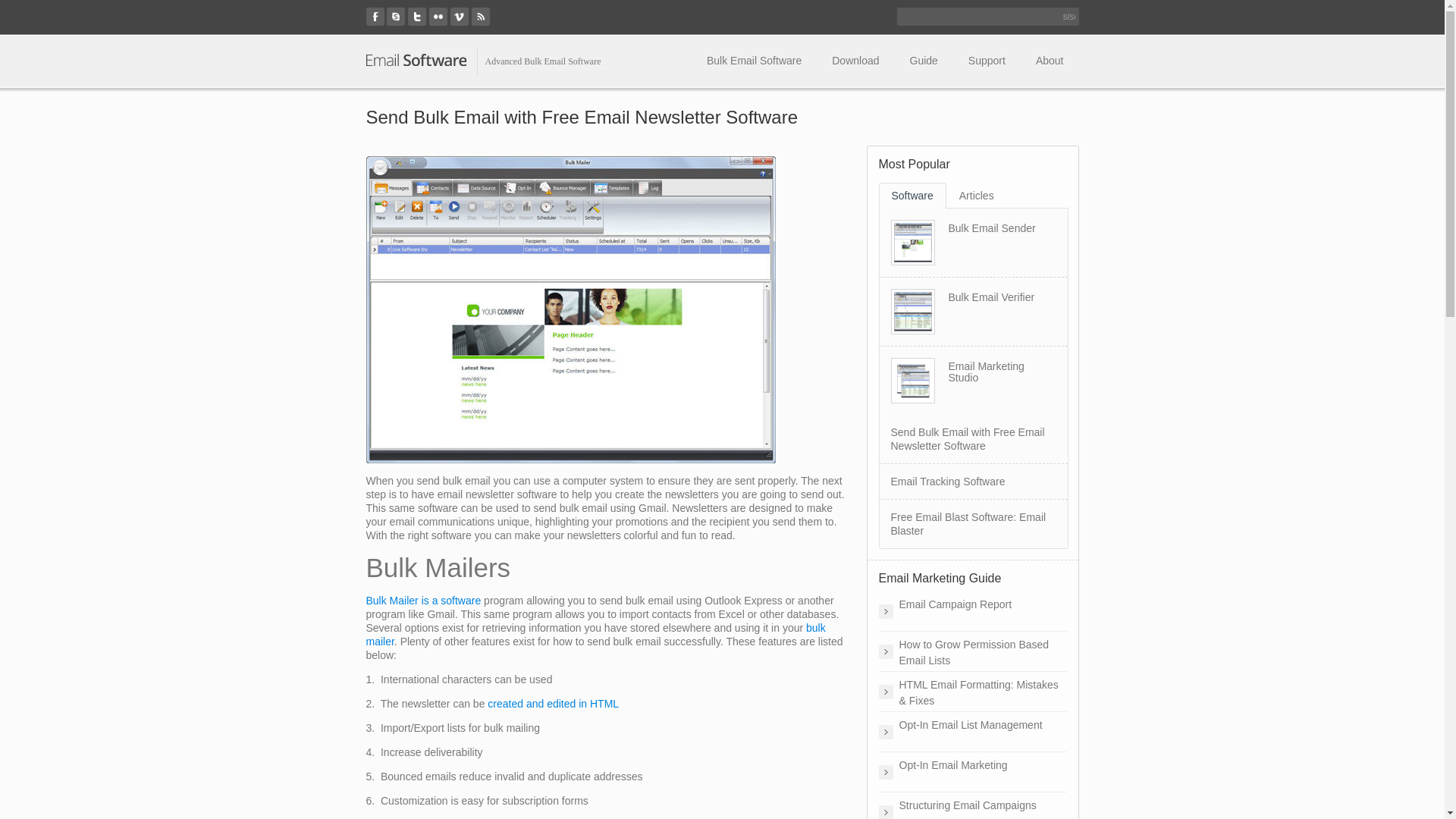 Image resolution: width=1456 pixels, height=819 pixels. What do you see at coordinates (1068, 17) in the screenshot?
I see `'sisea.search'` at bounding box center [1068, 17].